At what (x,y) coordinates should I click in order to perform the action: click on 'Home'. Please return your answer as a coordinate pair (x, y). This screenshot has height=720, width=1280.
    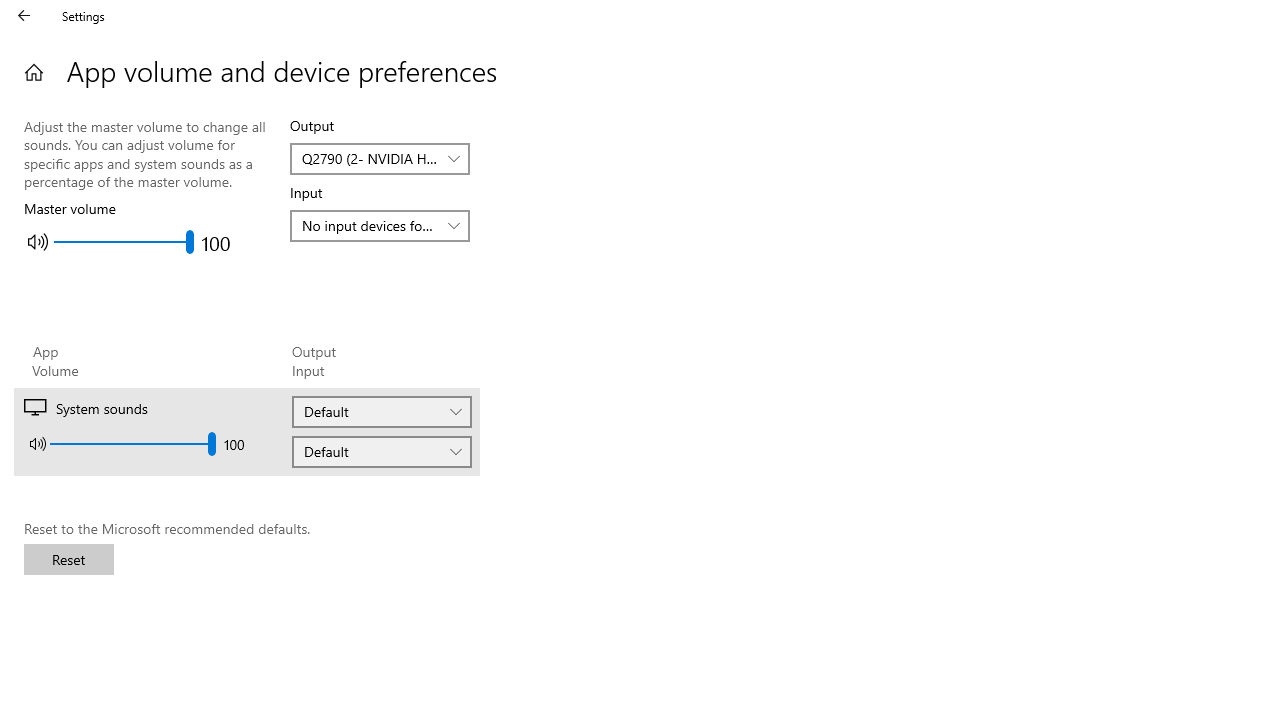
    Looking at the image, I should click on (33, 71).